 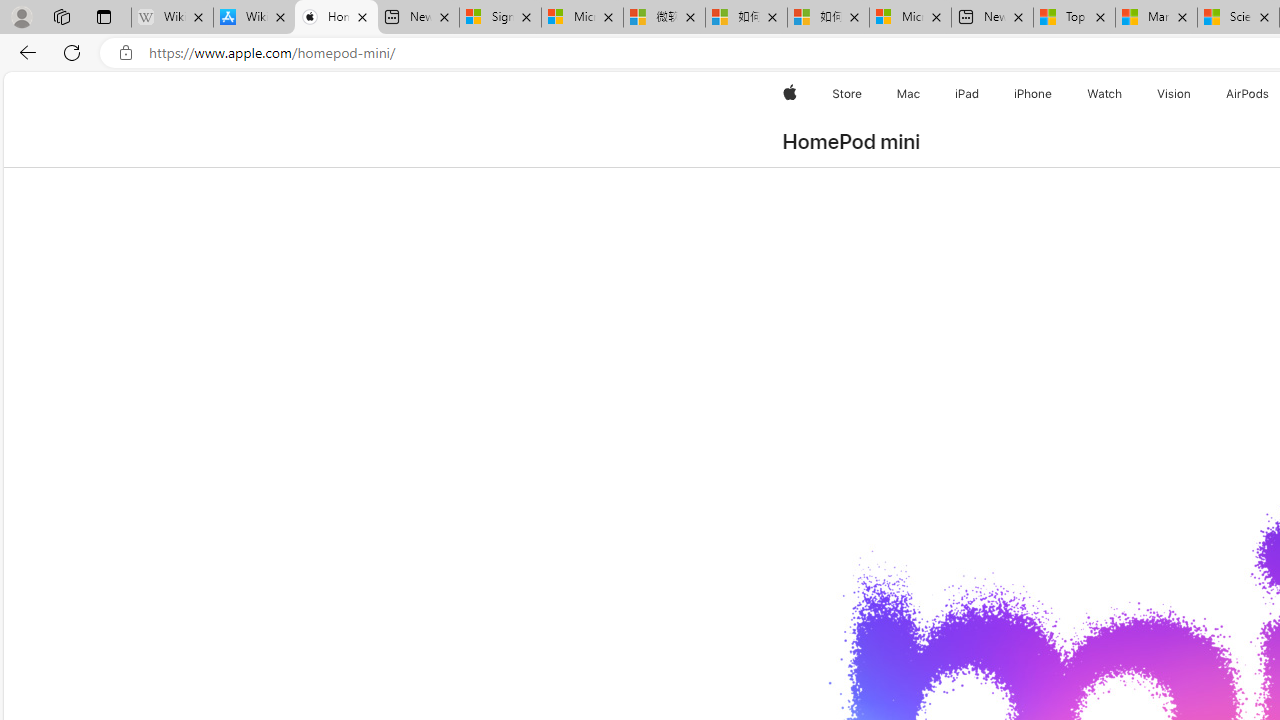 What do you see at coordinates (788, 93) in the screenshot?
I see `'Apple'` at bounding box center [788, 93].